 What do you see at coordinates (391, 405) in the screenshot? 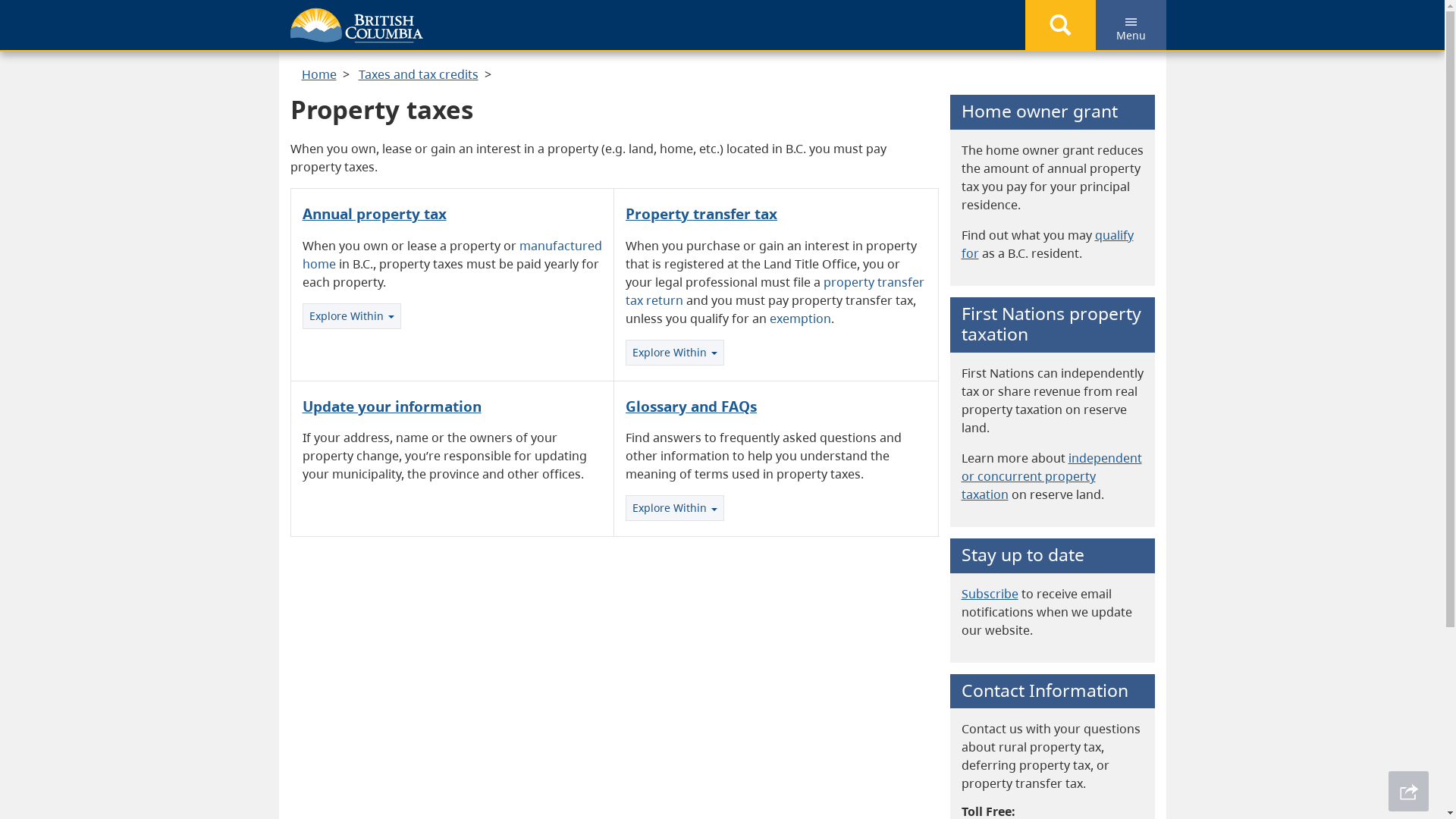
I see `'Update your information'` at bounding box center [391, 405].